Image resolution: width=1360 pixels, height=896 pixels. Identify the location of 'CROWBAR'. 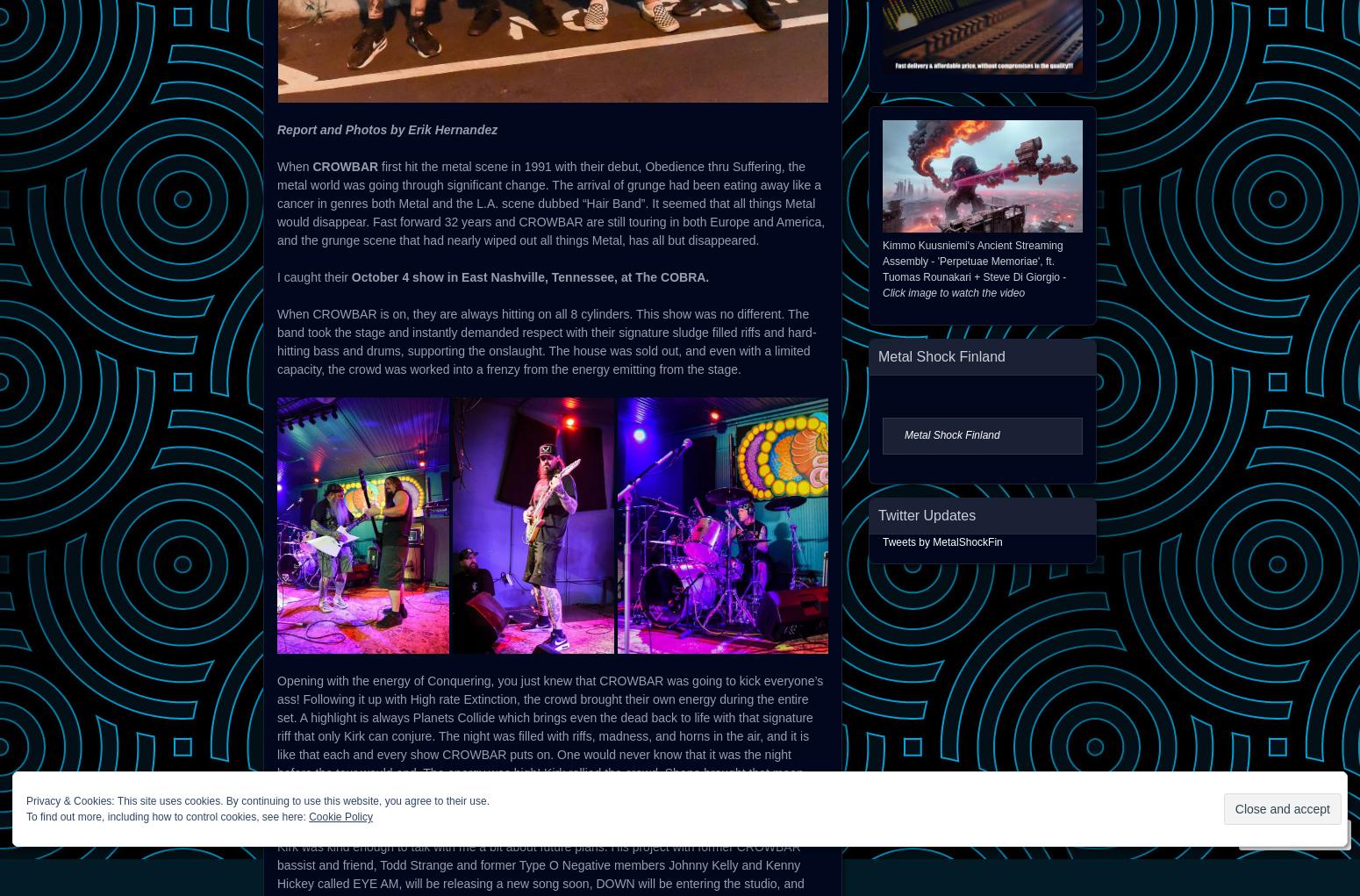
(311, 164).